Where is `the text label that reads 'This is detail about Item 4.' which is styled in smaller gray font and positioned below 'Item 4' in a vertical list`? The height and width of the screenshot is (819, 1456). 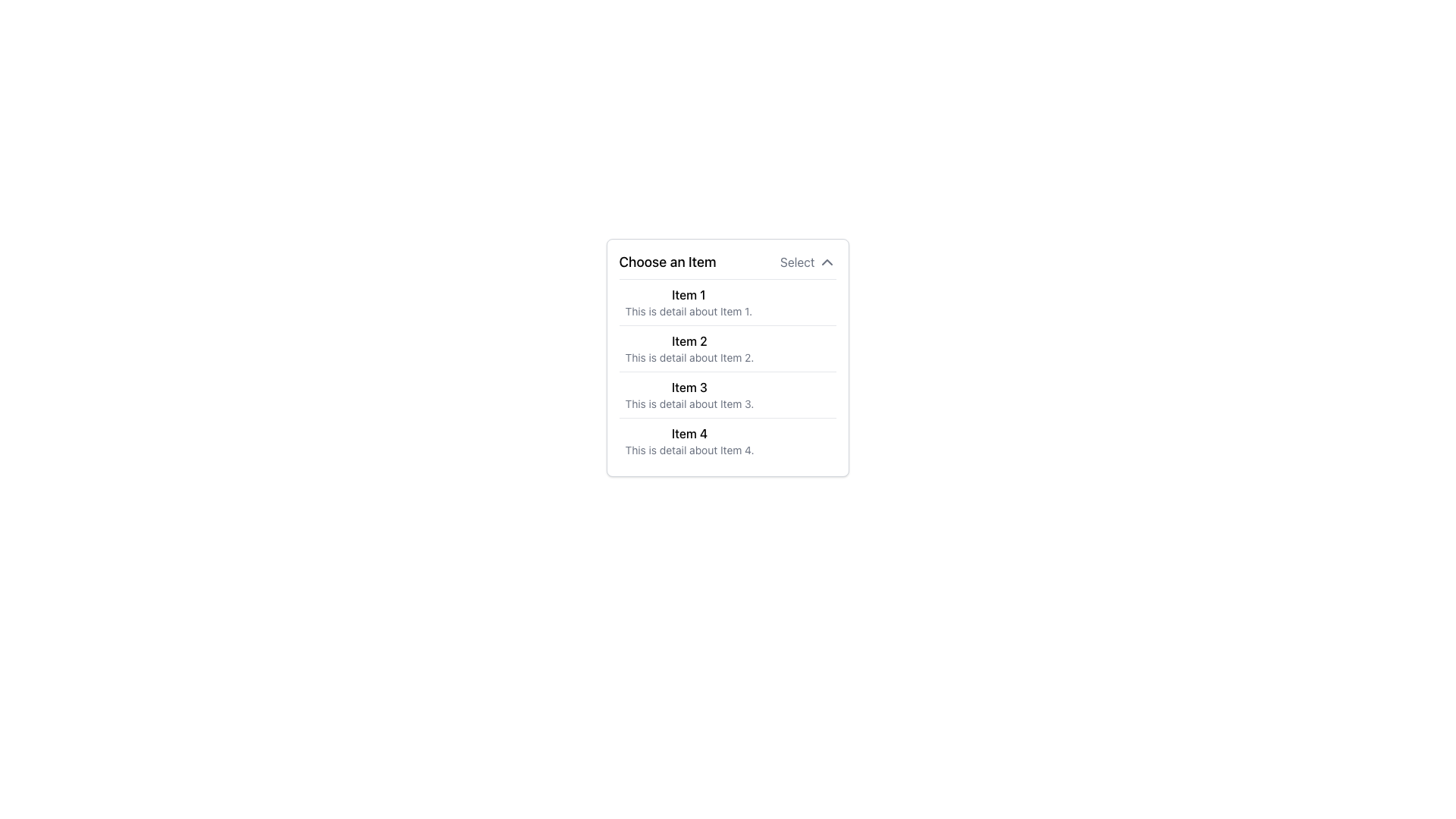 the text label that reads 'This is detail about Item 4.' which is styled in smaller gray font and positioned below 'Item 4' in a vertical list is located at coordinates (689, 450).